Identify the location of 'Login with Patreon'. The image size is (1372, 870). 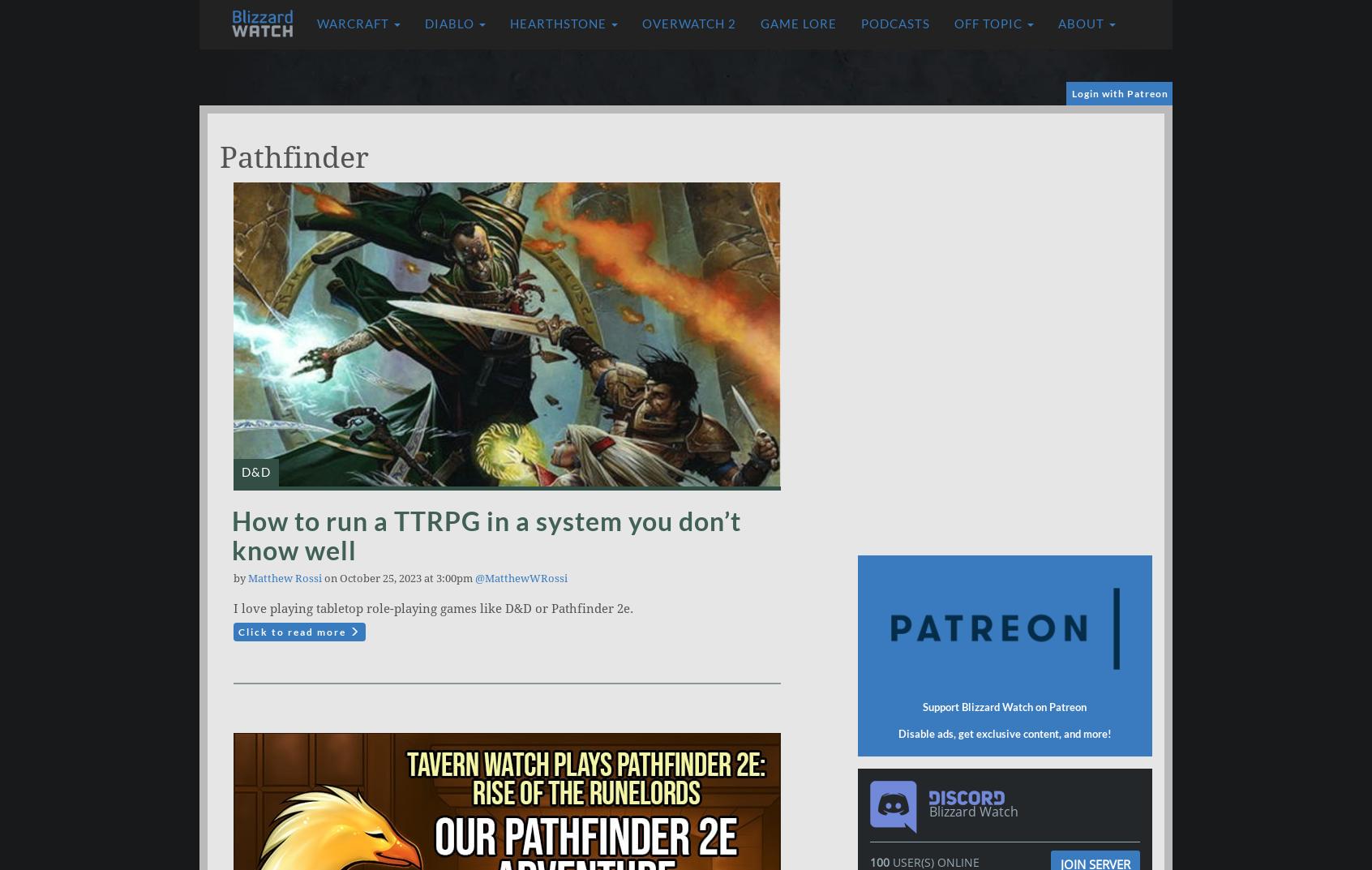
(1070, 93).